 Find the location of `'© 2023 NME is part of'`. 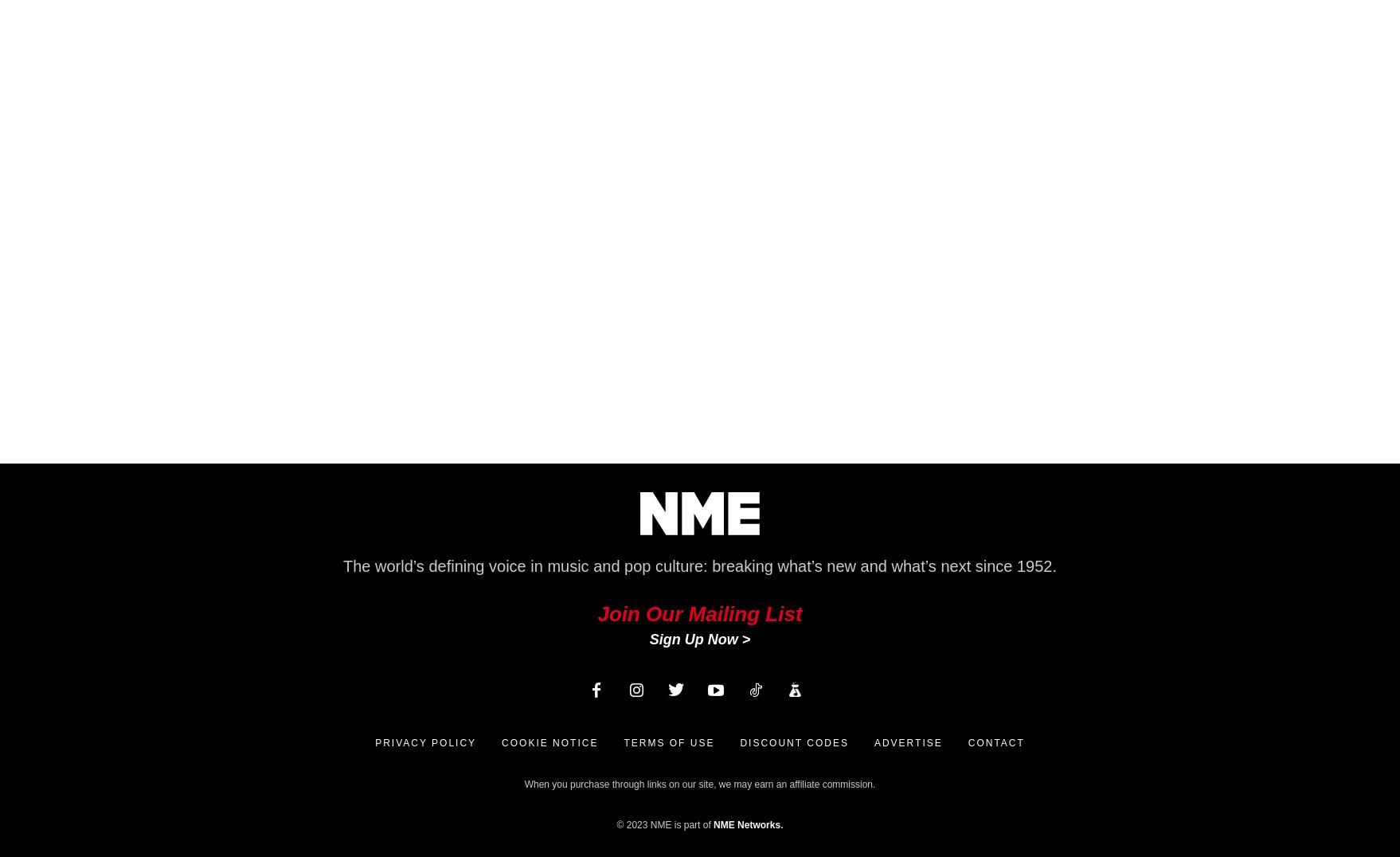

'© 2023 NME is part of' is located at coordinates (664, 824).